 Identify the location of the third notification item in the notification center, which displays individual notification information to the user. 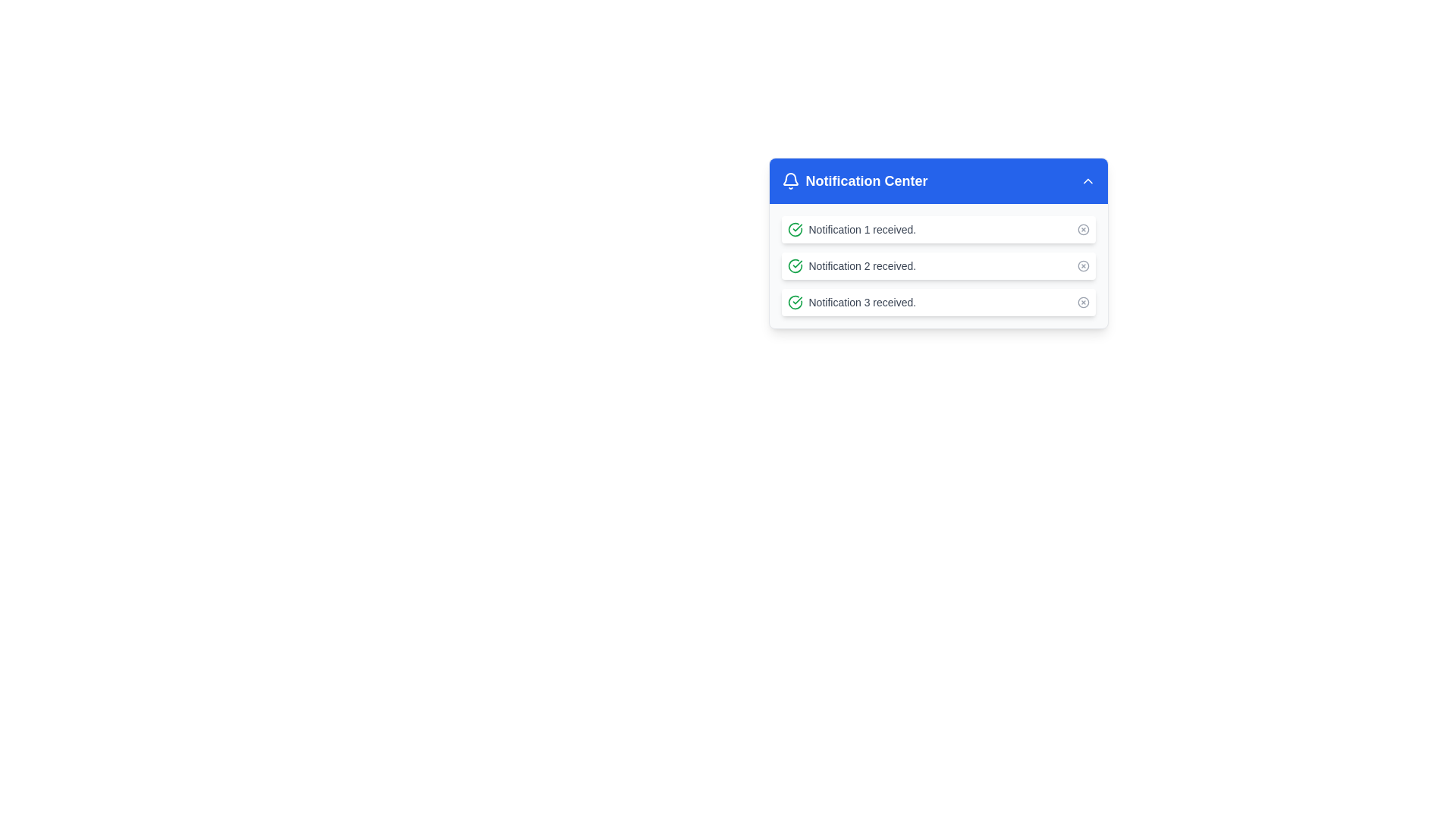
(937, 302).